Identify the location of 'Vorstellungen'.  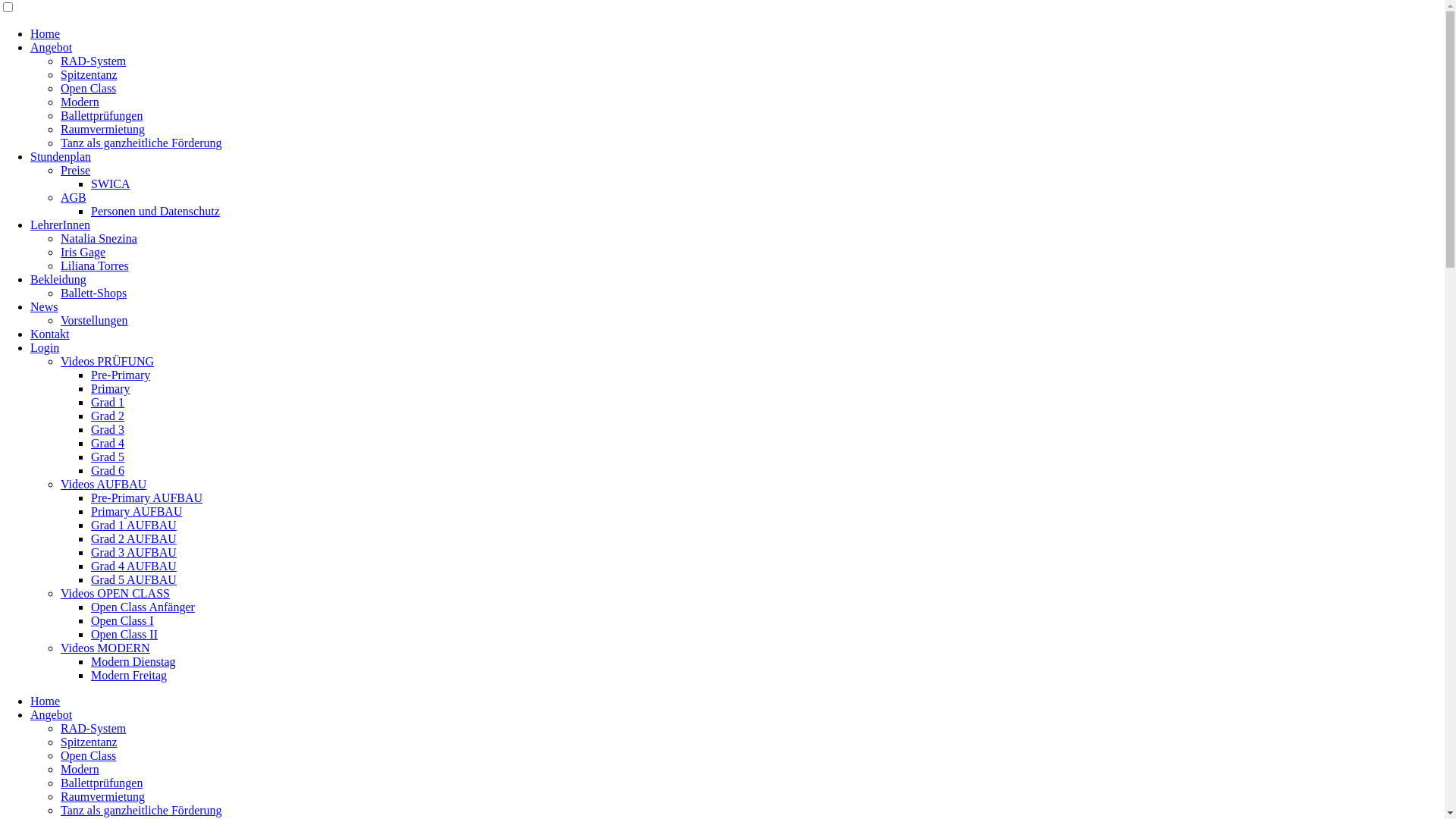
(61, 319).